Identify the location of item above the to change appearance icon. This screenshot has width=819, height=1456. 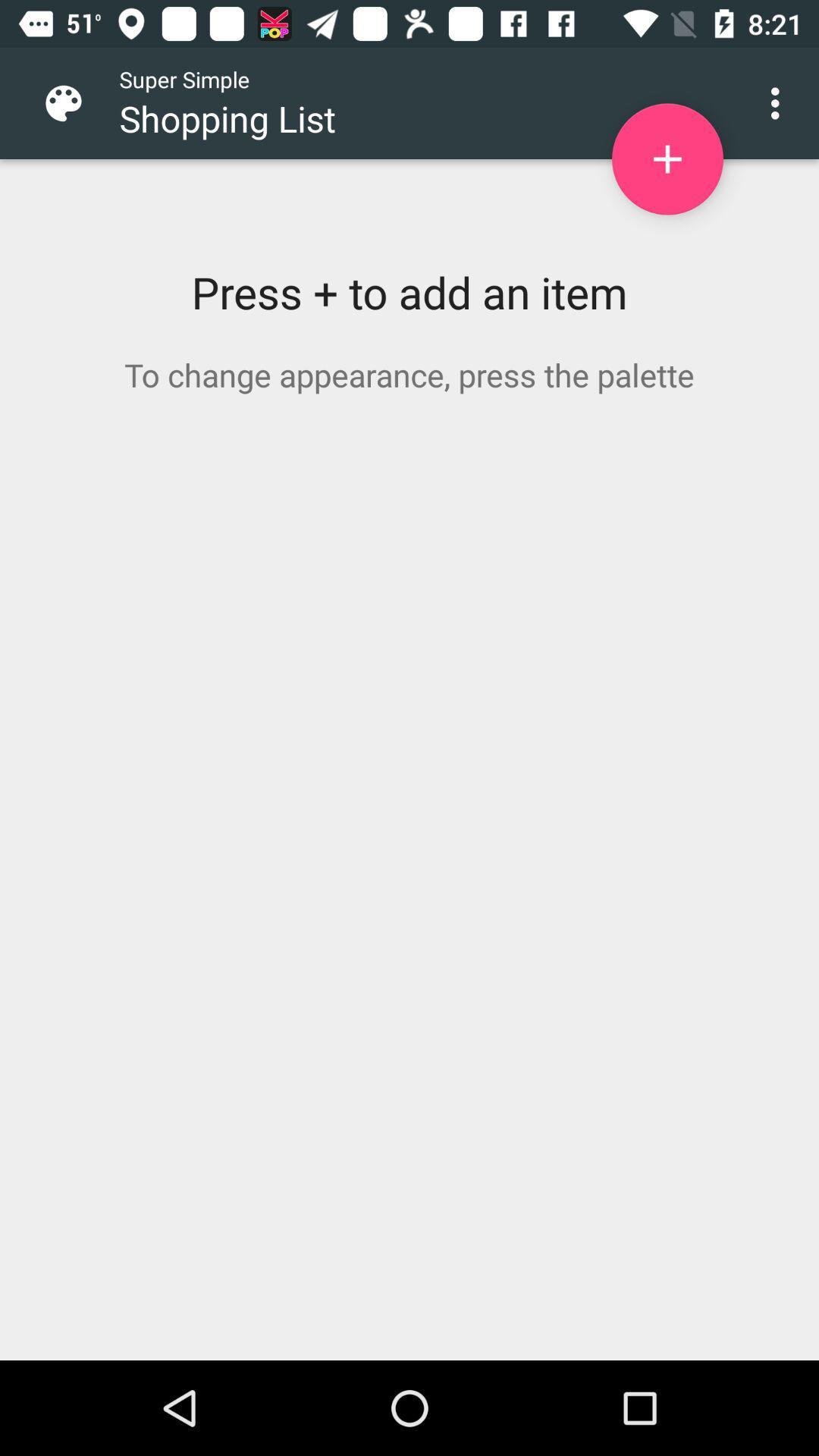
(667, 159).